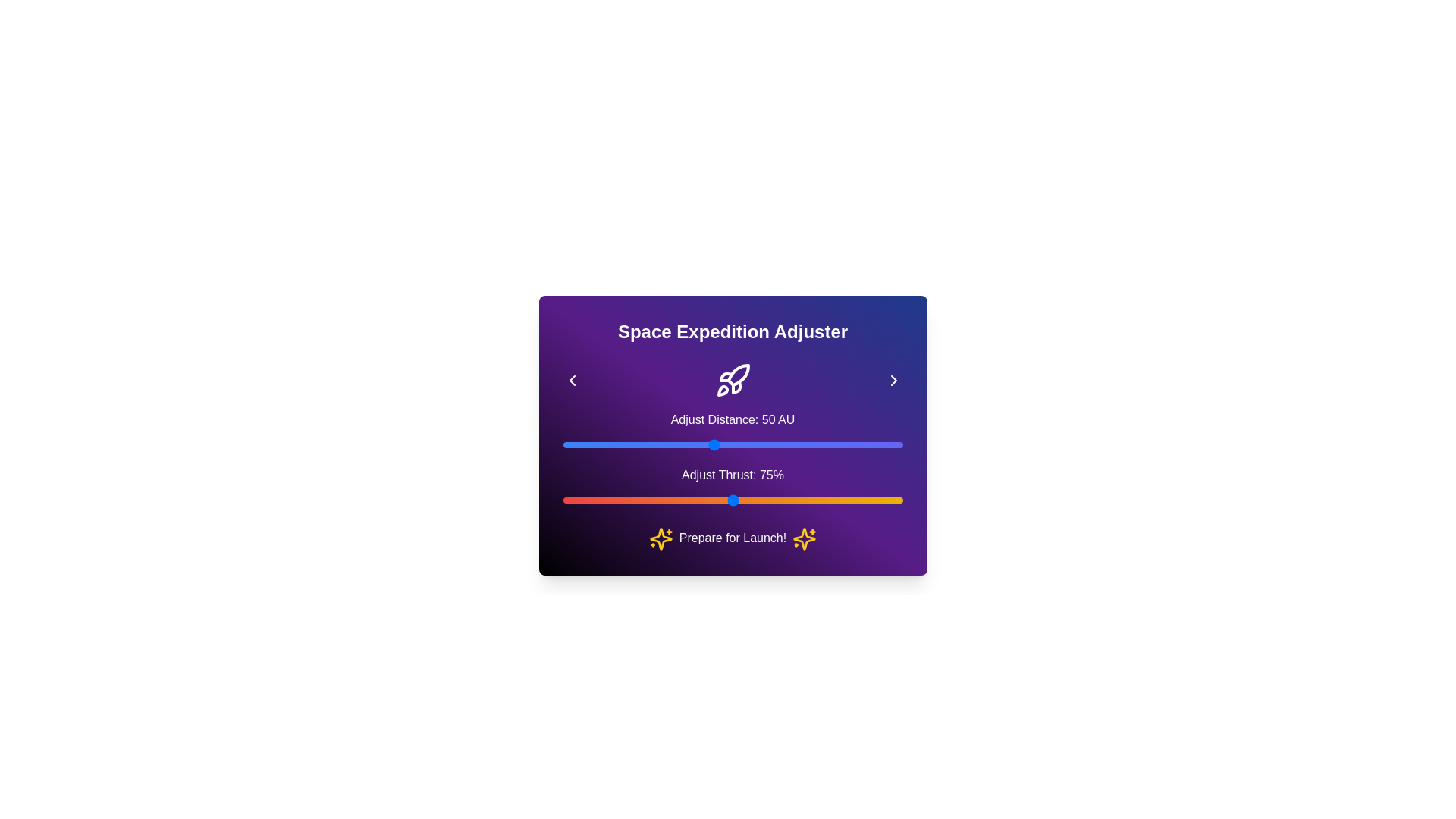 The image size is (1456, 819). What do you see at coordinates (893, 379) in the screenshot?
I see `right chevron icon to adjust the distance` at bounding box center [893, 379].